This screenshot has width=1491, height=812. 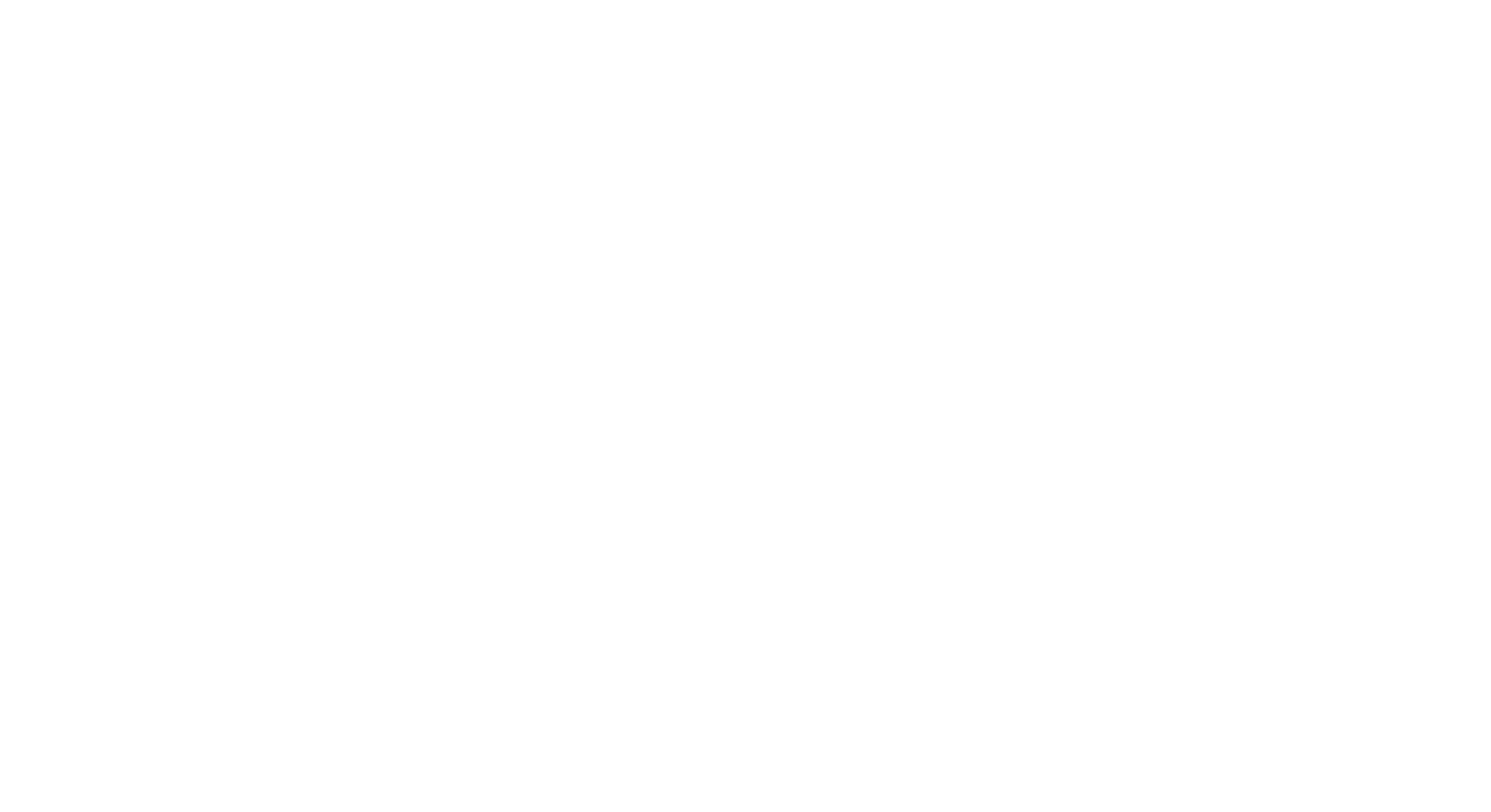 What do you see at coordinates (305, 539) in the screenshot?
I see `'–          Portion control. Have you ever tried having smaller snacks
 instead of a large meal during the night to avoid becoming too sleepy? 
If you have had a large meal at the usual time for dinner, you may end 
up overeating if you pack another full meal to eat throughout the night.'` at bounding box center [305, 539].